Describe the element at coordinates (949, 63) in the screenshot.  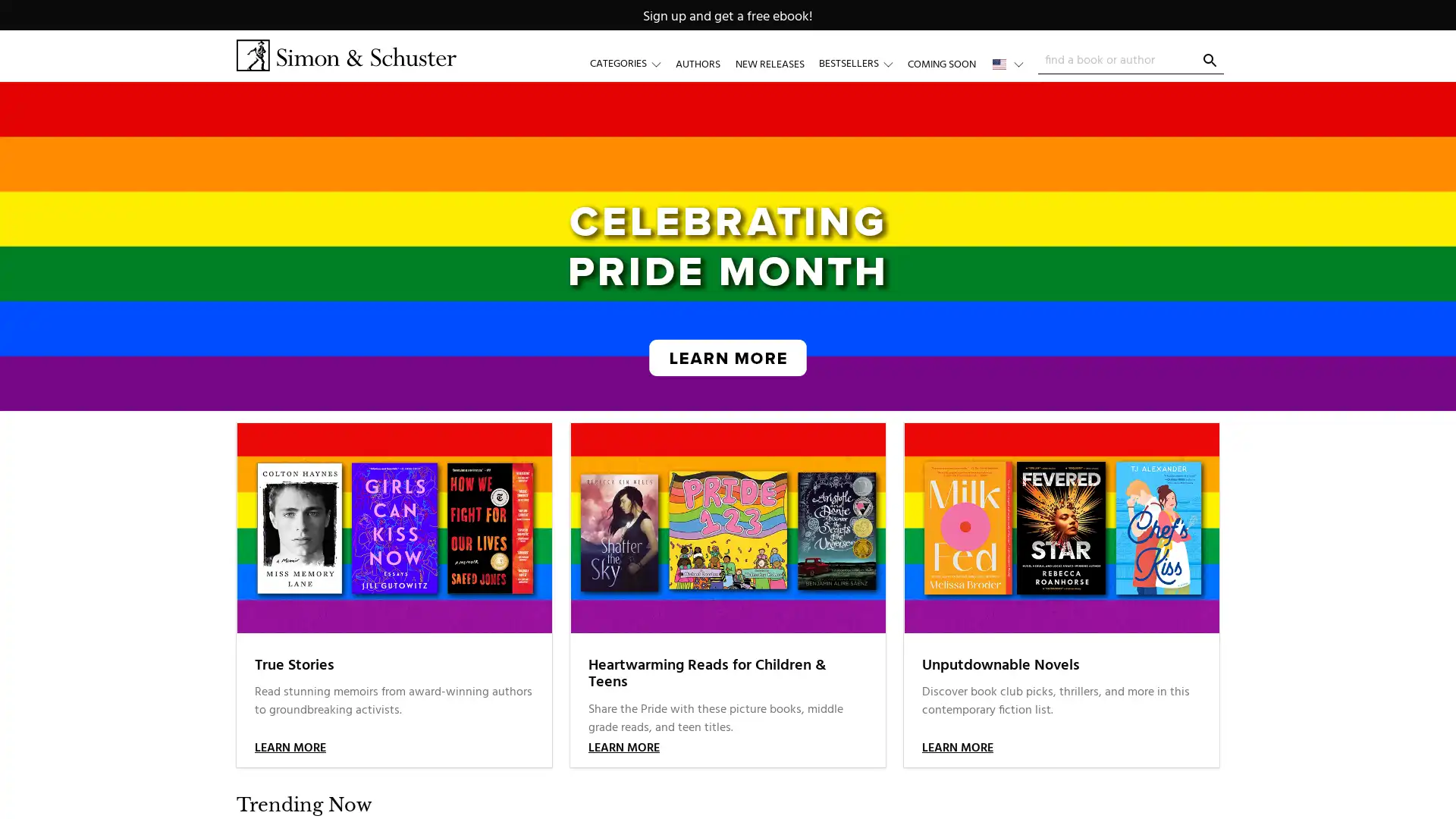
I see `WHAT'S HOT` at that location.